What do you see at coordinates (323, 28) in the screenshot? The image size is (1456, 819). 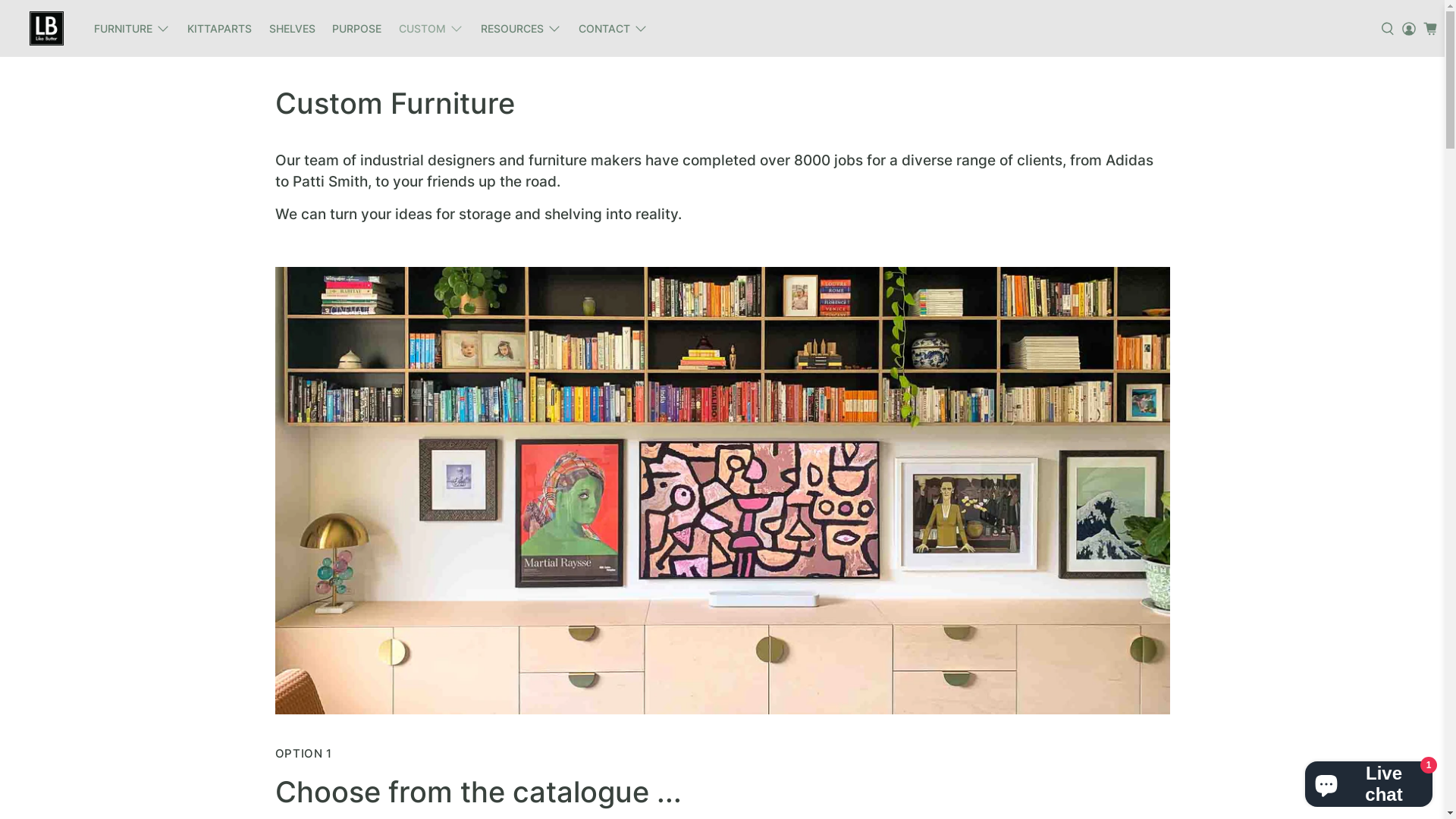 I see `'PURPOSE'` at bounding box center [323, 28].